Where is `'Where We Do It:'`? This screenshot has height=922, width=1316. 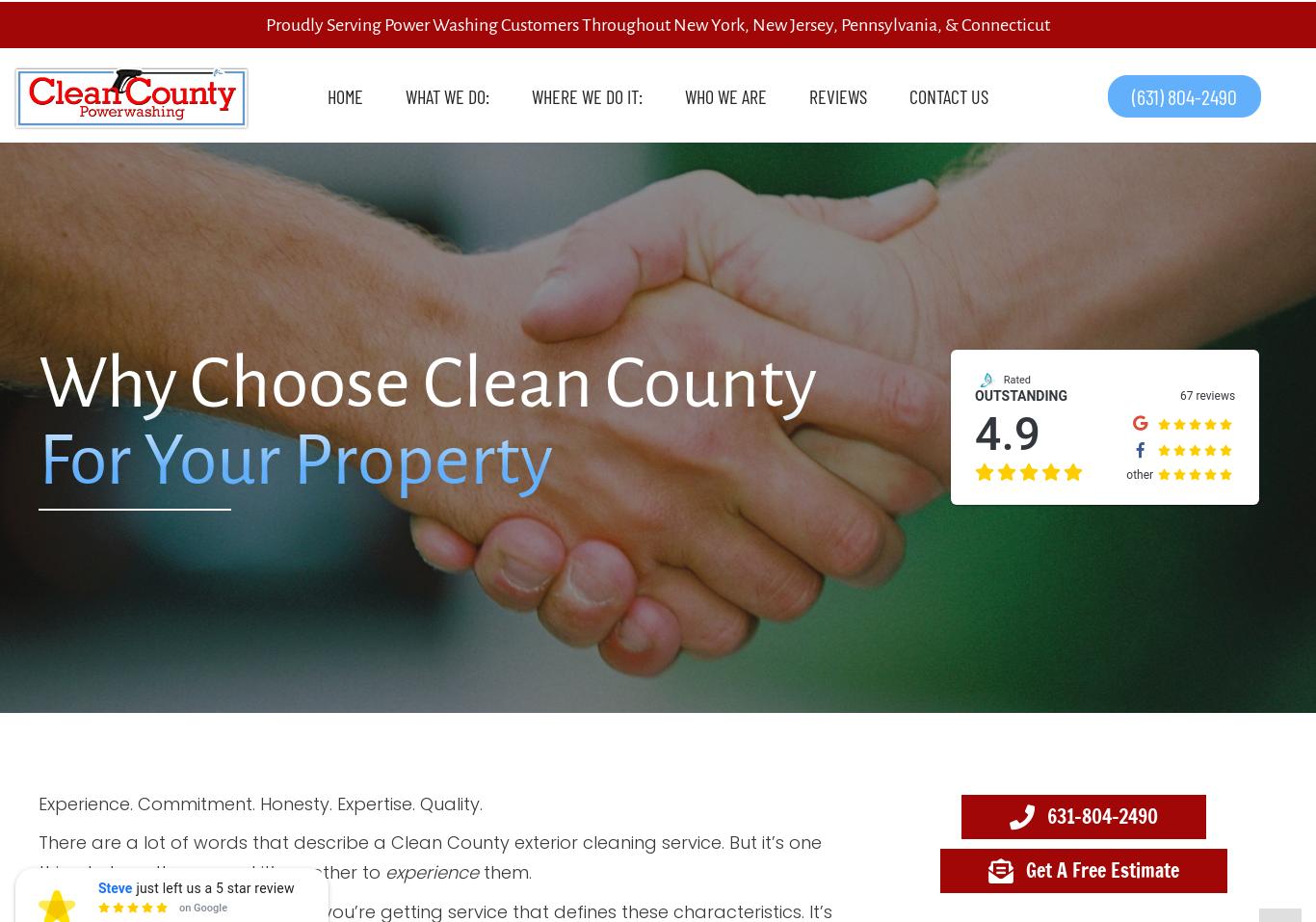
'Where We Do It:' is located at coordinates (532, 94).